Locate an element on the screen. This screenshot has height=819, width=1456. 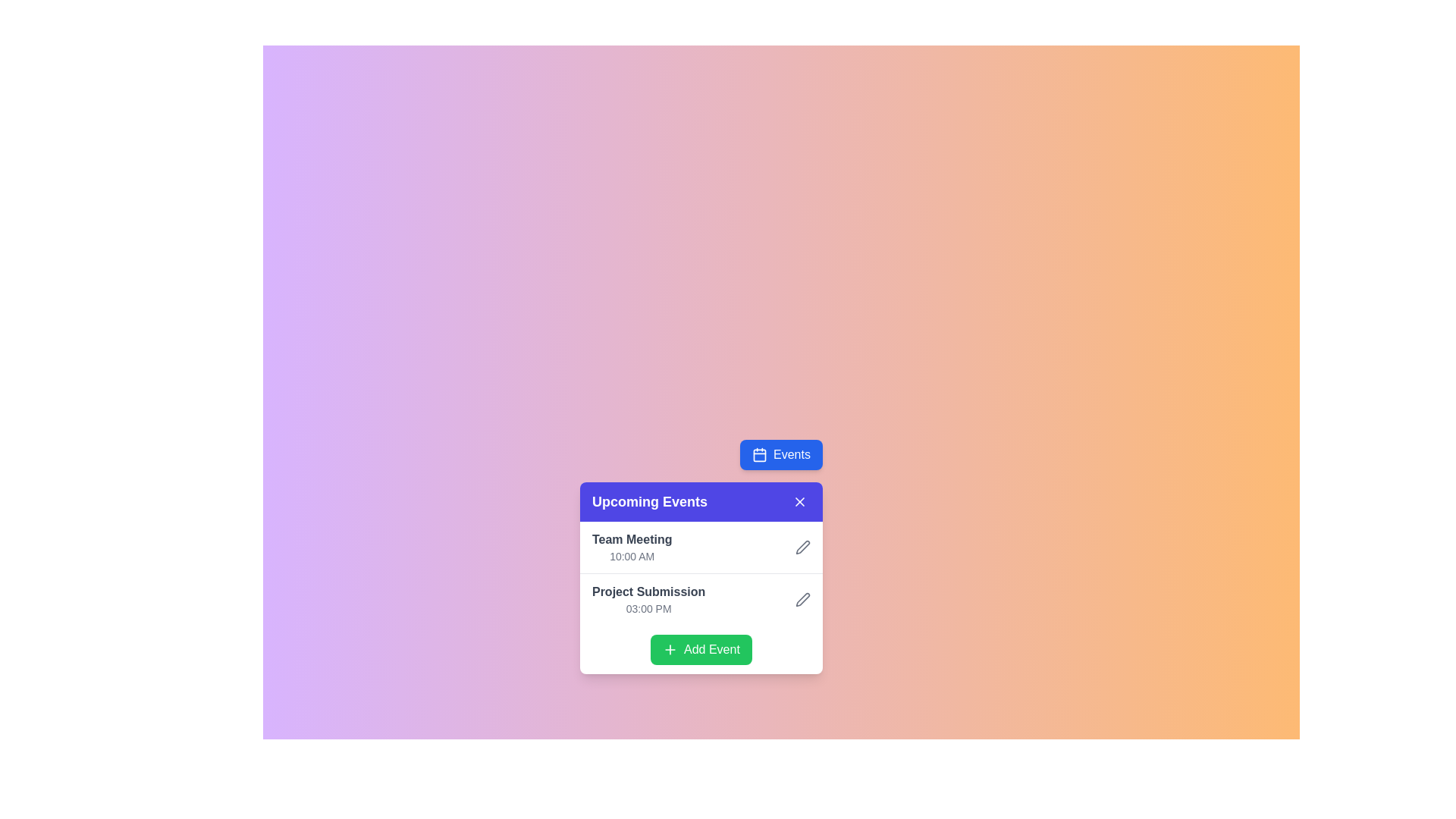
the first list item in the 'Upcoming Events' card is located at coordinates (700, 547).